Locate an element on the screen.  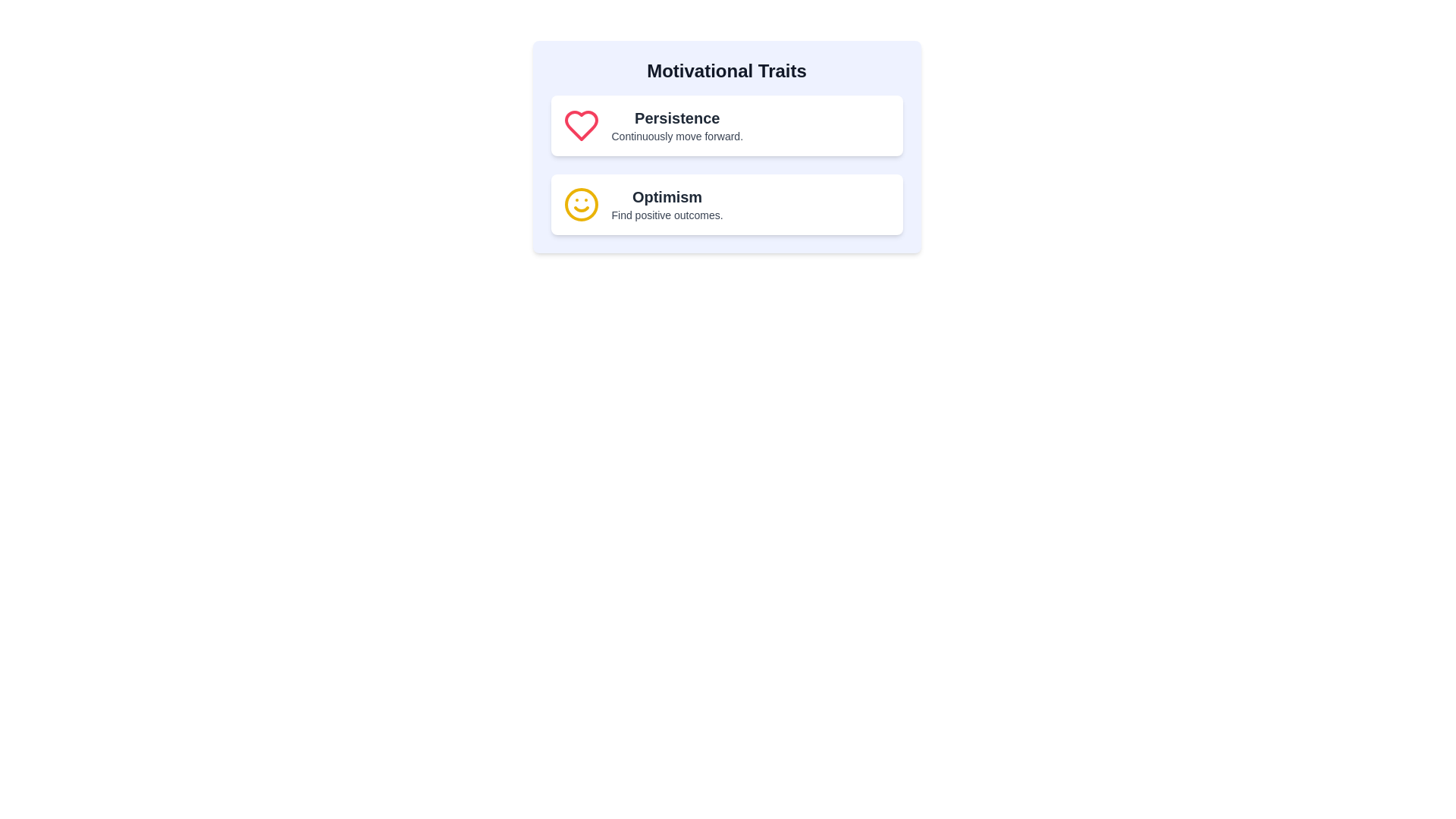
the informational card displaying the motivational trait 'Persistence' located at the top of the motivational traits section is located at coordinates (726, 124).